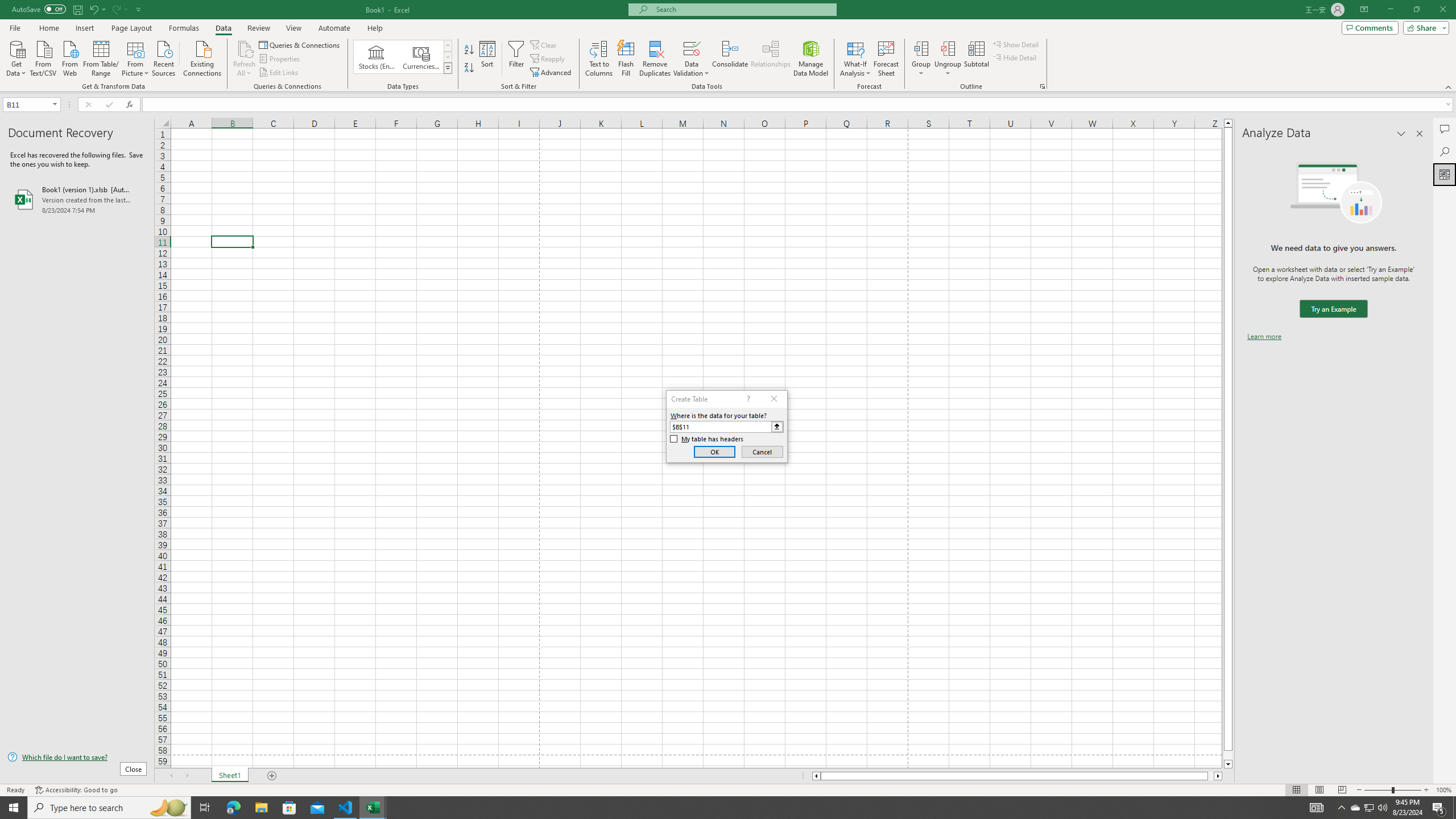 The width and height of the screenshot is (1456, 819). Describe the element at coordinates (1333, 309) in the screenshot. I see `'We need data to give you answers. Try an Example'` at that location.